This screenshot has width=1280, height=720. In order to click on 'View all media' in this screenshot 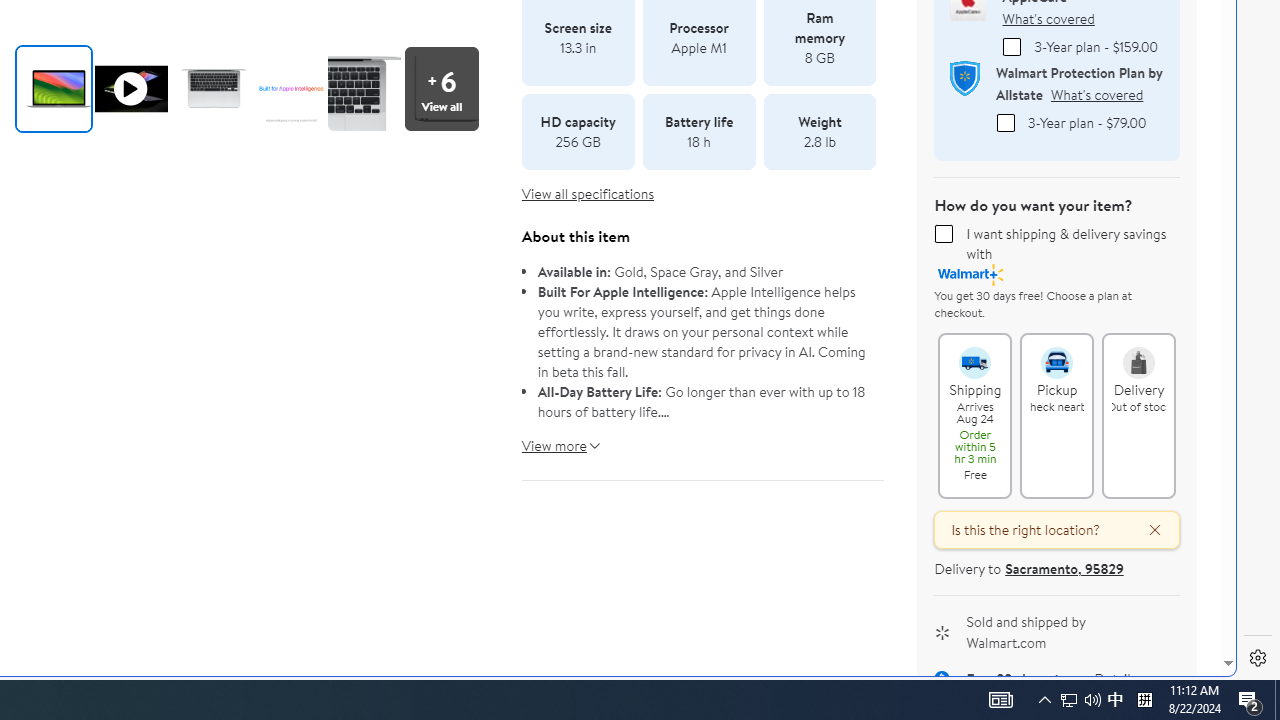, I will do `click(446, 87)`.